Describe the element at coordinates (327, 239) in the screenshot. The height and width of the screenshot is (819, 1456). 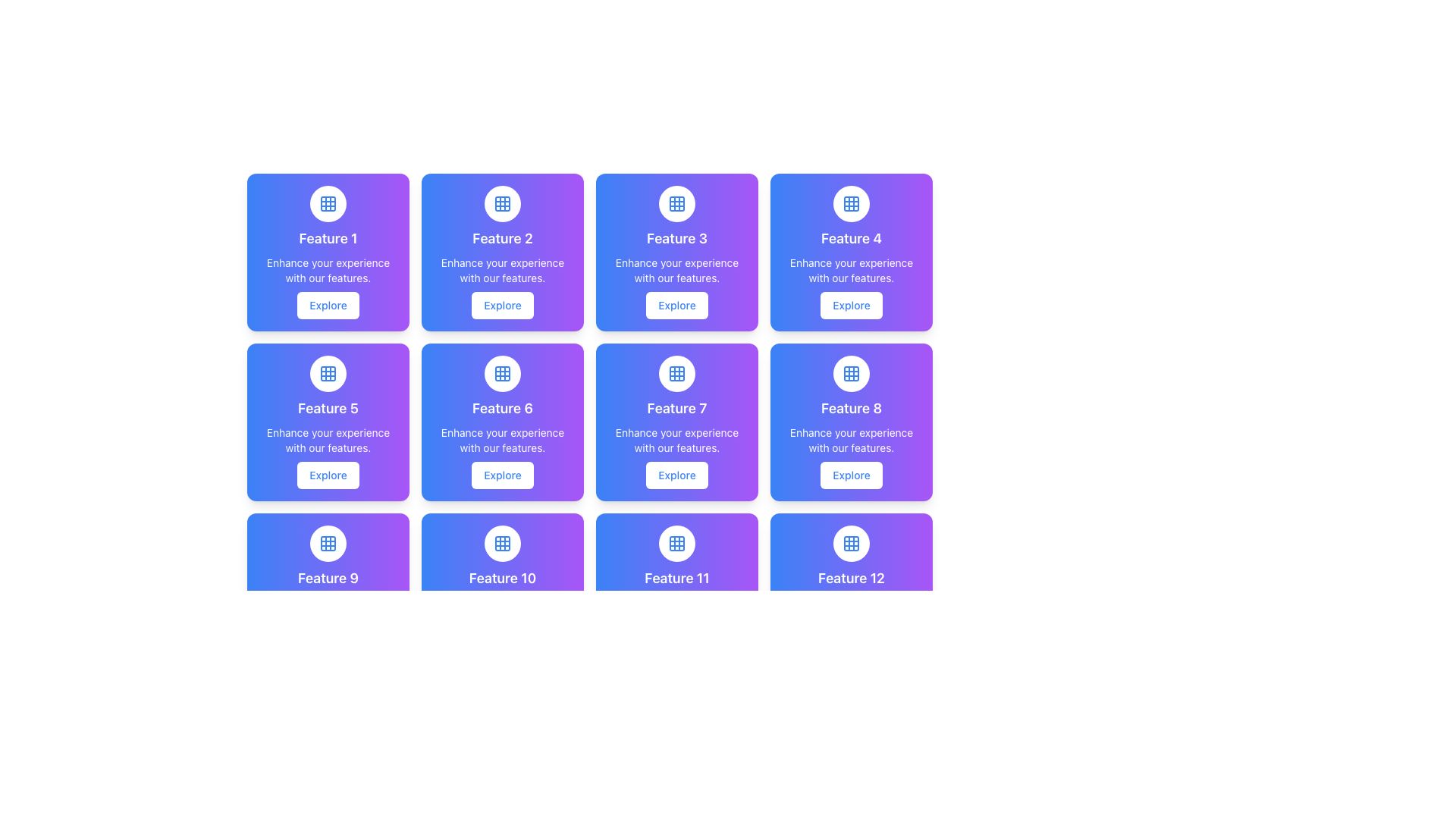
I see `the title text of the card, which is located at the top-center of the rectangular card component in the first row and first column of a 4x3 grid layout` at that location.